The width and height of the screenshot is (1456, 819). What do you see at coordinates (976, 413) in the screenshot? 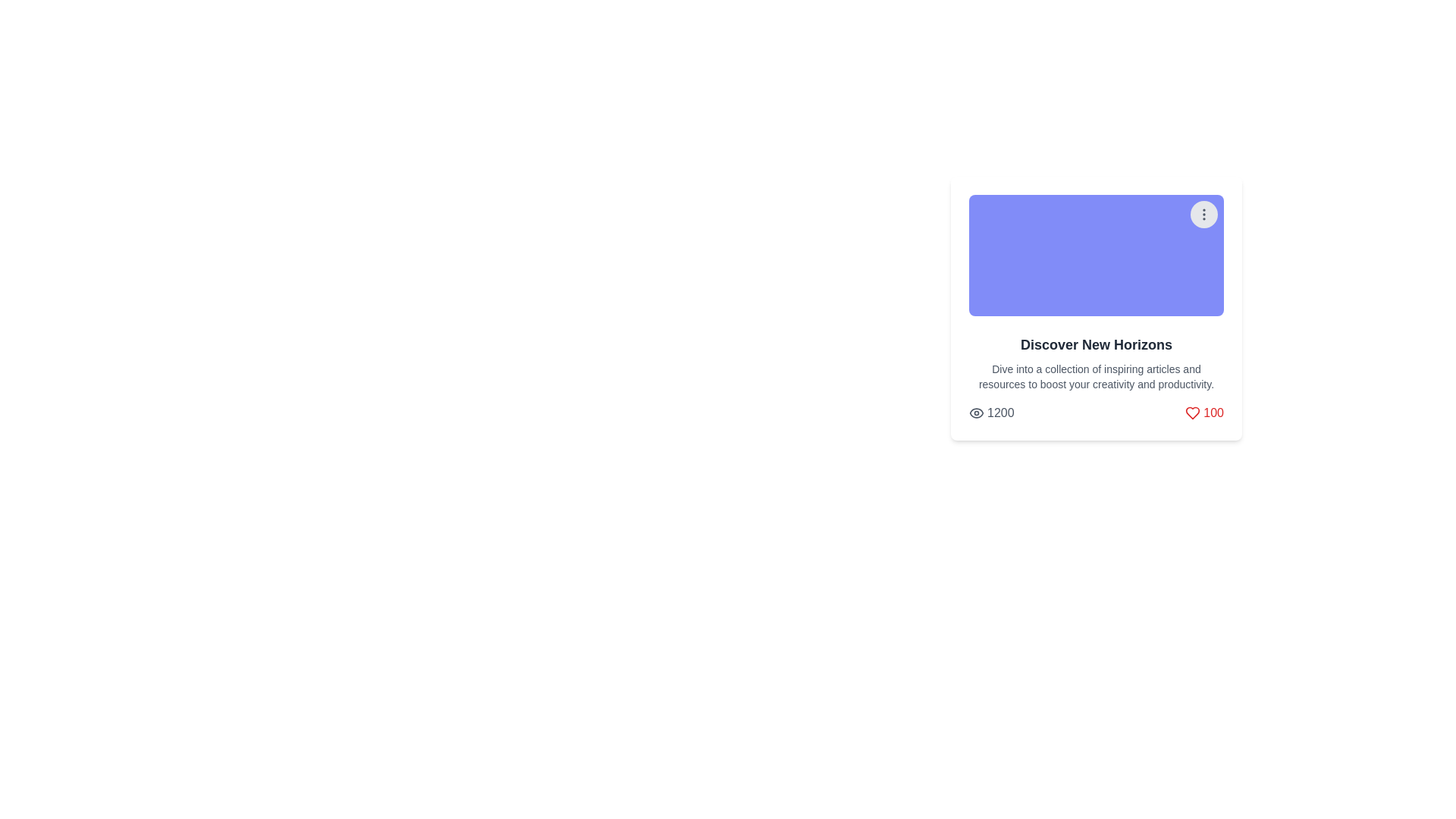
I see `the visibility icon located to the left of the numeric '1200' text in the lower section of the card` at bounding box center [976, 413].